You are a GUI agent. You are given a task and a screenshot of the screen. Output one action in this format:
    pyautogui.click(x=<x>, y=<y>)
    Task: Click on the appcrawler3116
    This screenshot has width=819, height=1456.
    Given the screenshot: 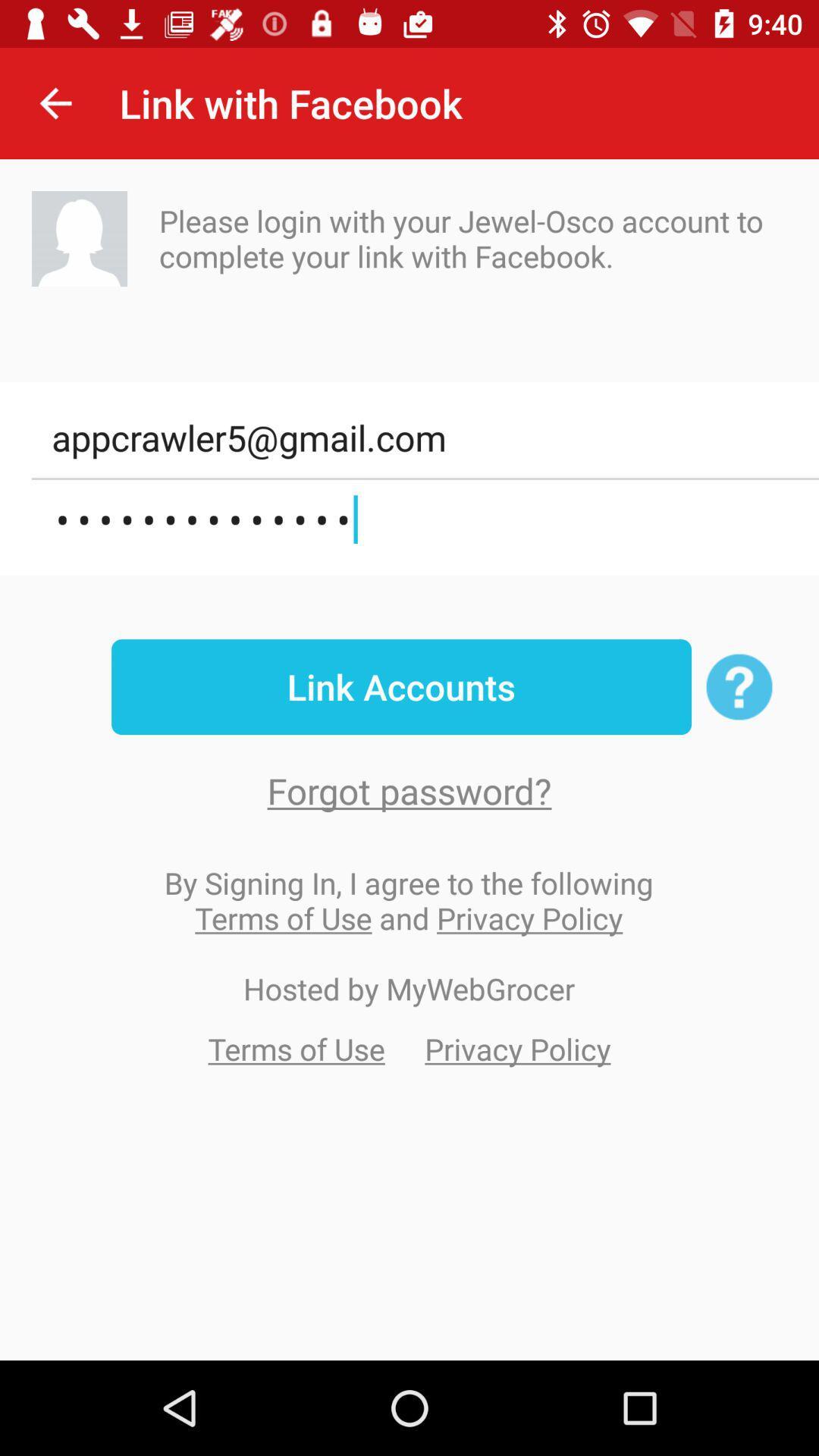 What is the action you would take?
    pyautogui.click(x=425, y=519)
    